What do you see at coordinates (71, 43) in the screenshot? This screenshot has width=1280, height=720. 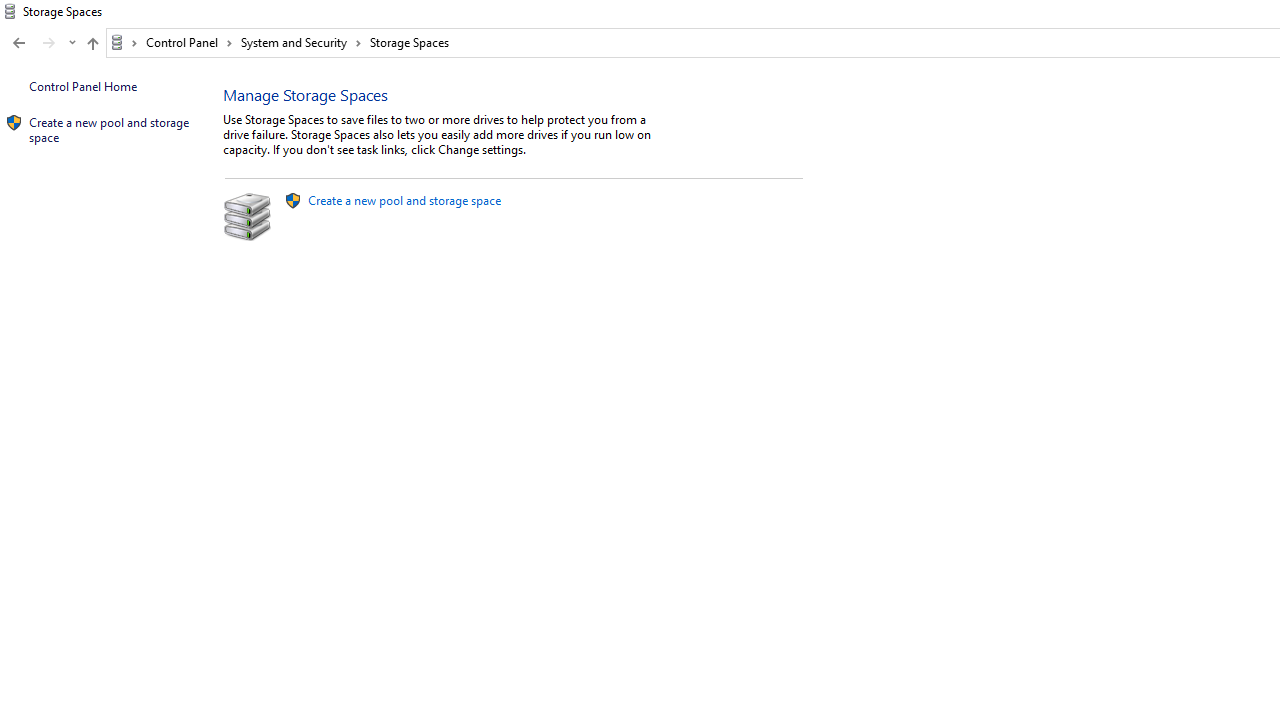 I see `'Recent locations'` at bounding box center [71, 43].